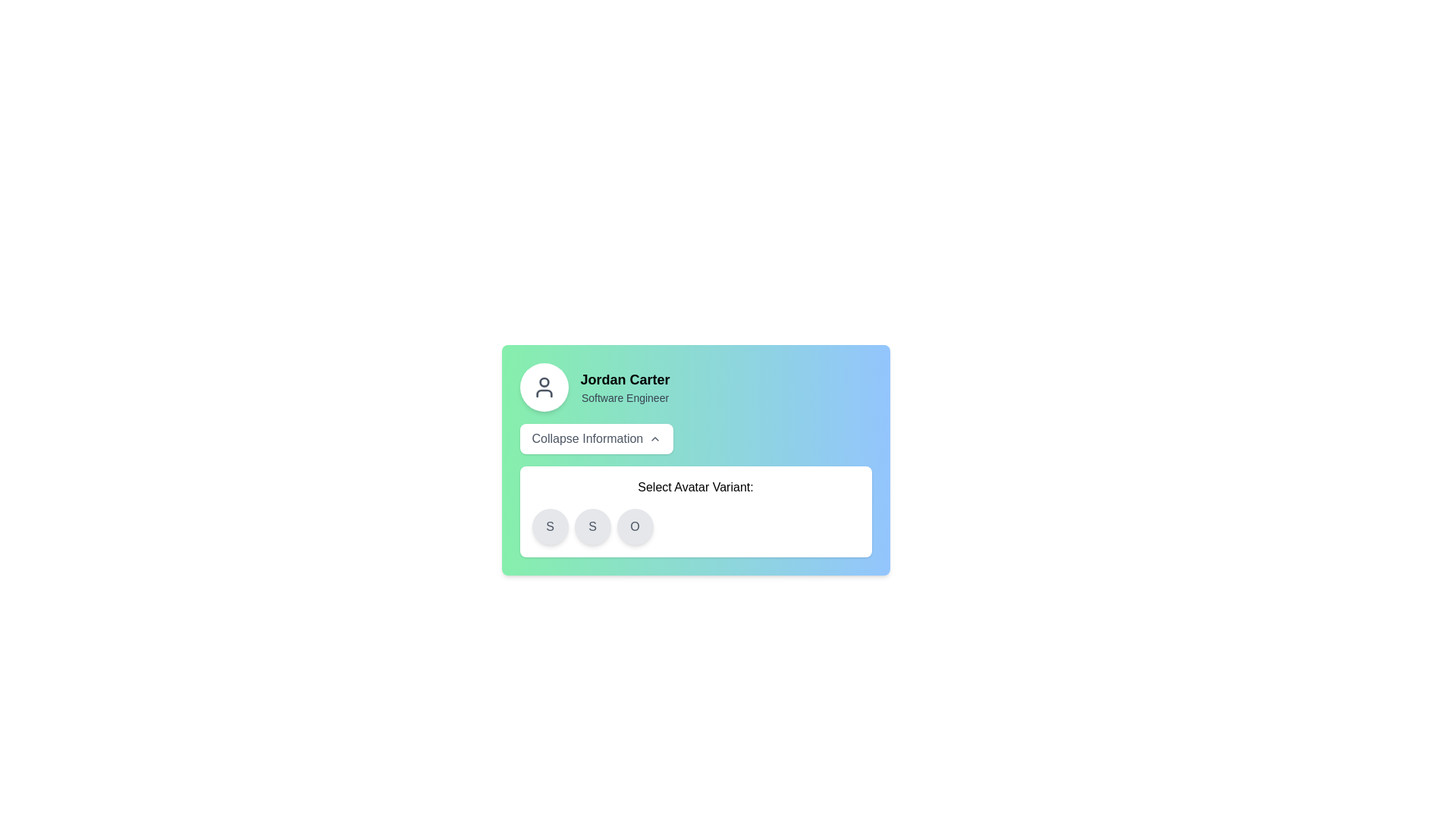 The width and height of the screenshot is (1456, 819). Describe the element at coordinates (625, 397) in the screenshot. I see `text label that provides additional information about the person's role or title, located below 'Jordan Carter' in the card-like layout` at that location.